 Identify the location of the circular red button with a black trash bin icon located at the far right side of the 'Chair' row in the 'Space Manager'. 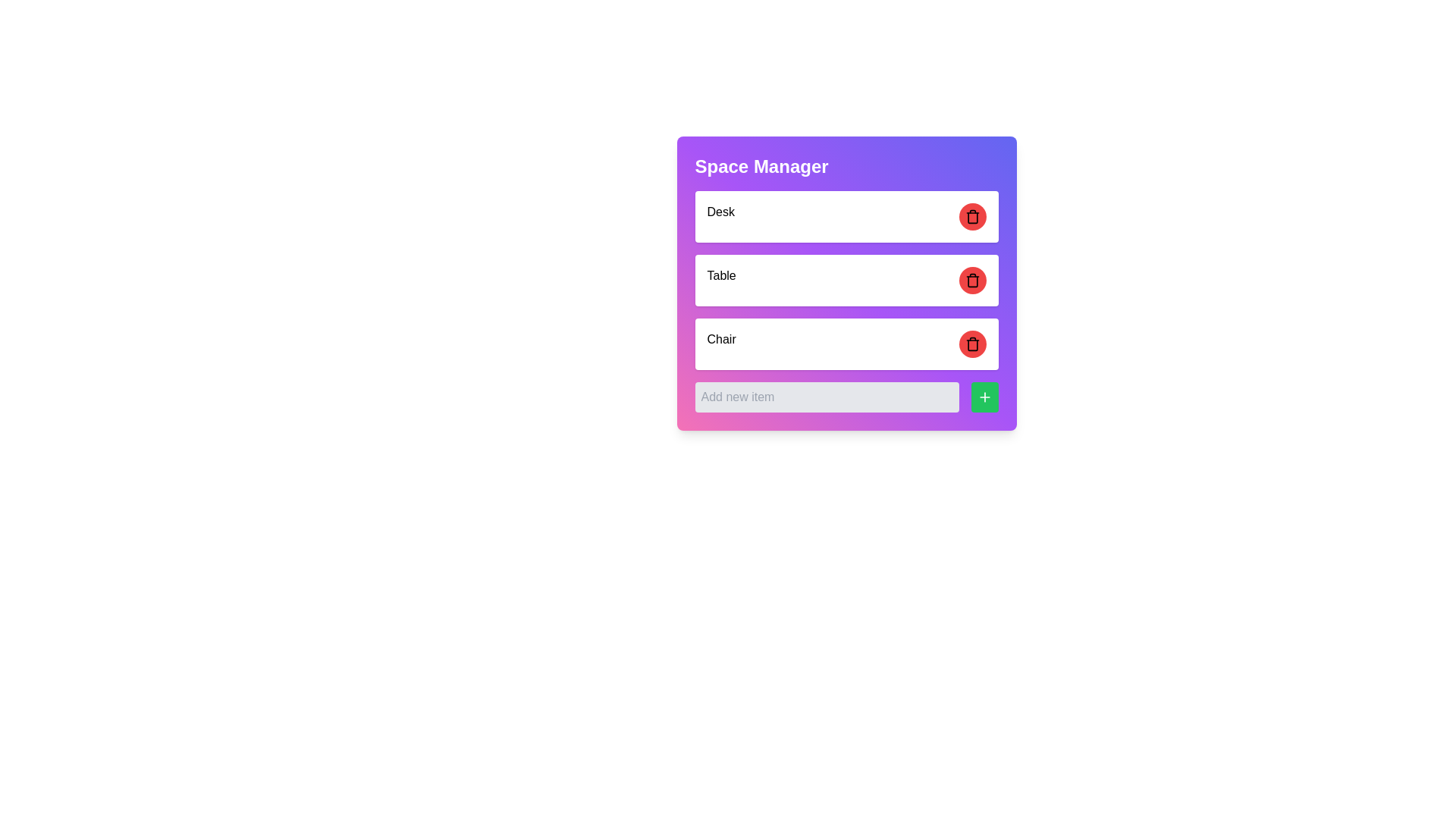
(972, 344).